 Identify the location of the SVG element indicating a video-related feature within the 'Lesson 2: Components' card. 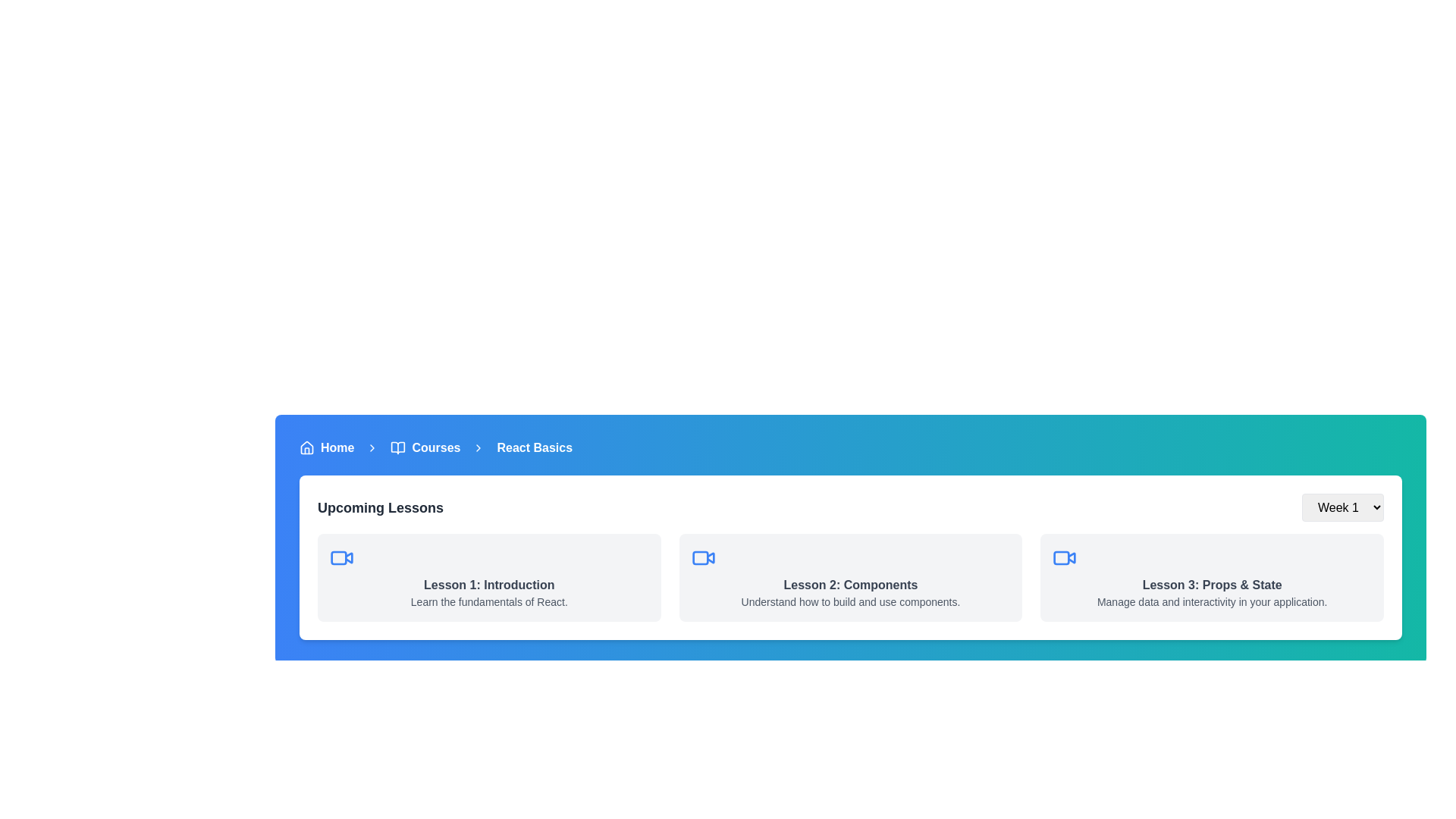
(709, 557).